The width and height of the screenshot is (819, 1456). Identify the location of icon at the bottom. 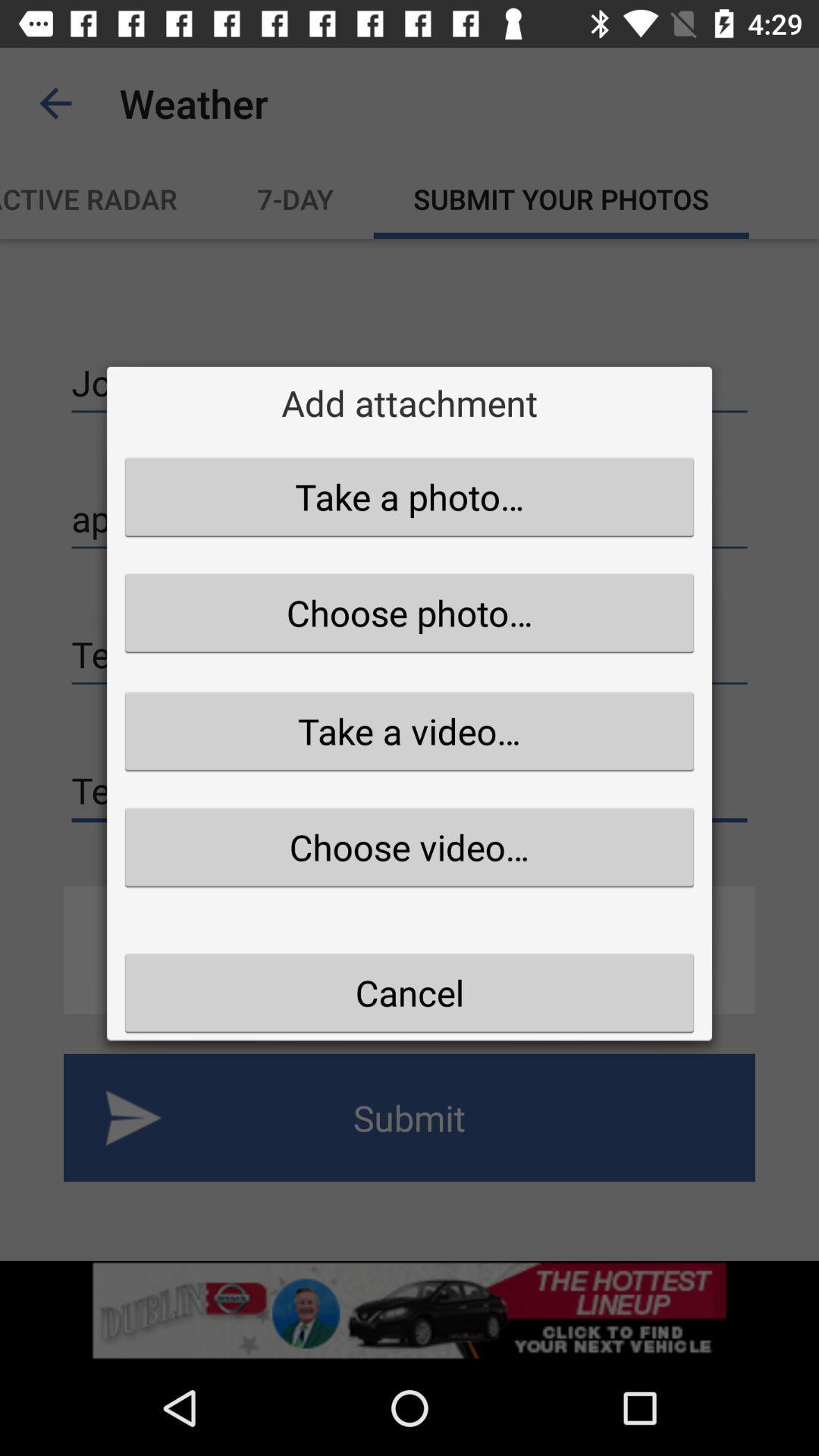
(409, 993).